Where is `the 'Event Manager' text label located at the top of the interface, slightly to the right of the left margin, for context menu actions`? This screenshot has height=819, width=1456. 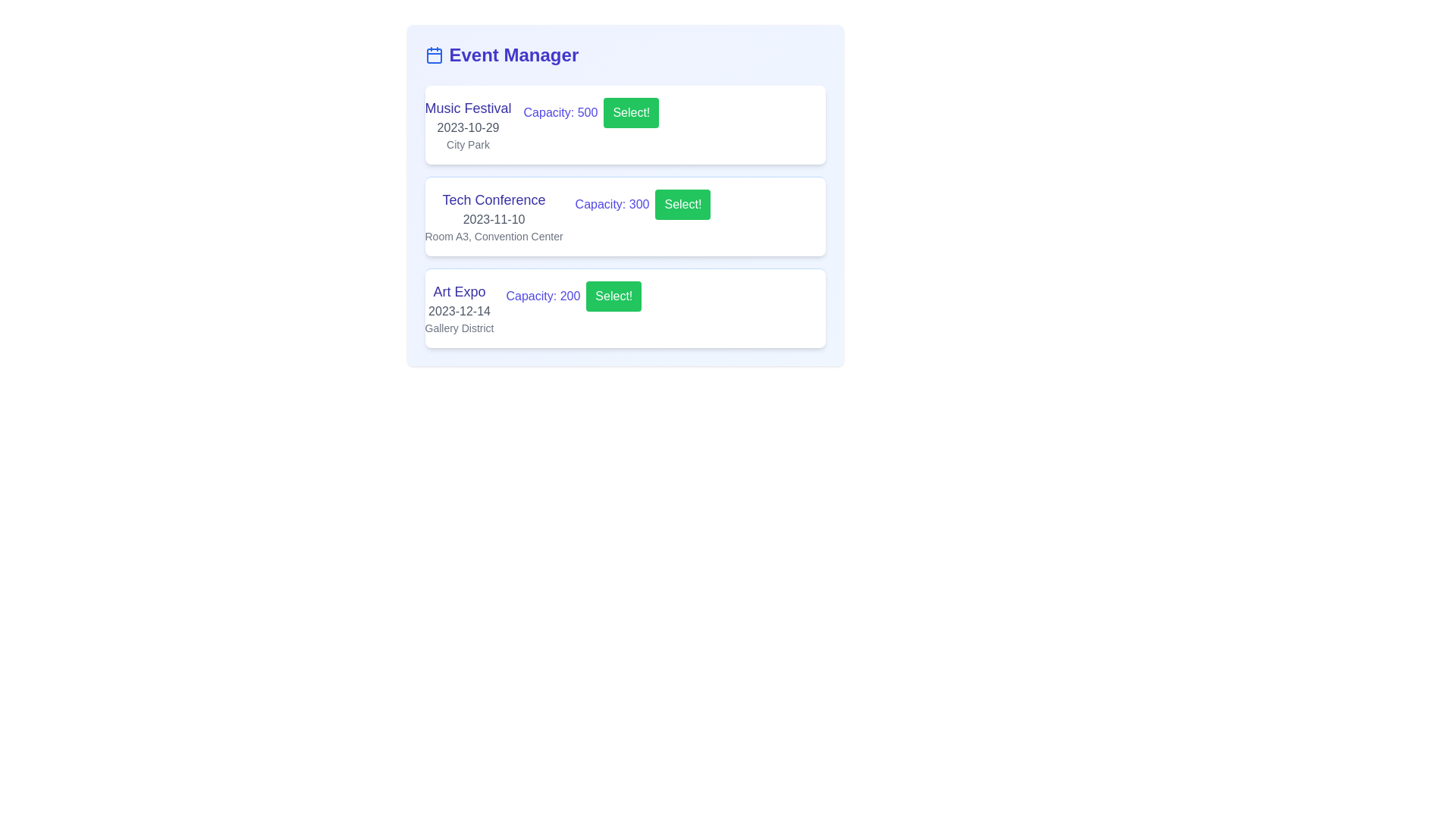
the 'Event Manager' text label located at the top of the interface, slightly to the right of the left margin, for context menu actions is located at coordinates (513, 55).